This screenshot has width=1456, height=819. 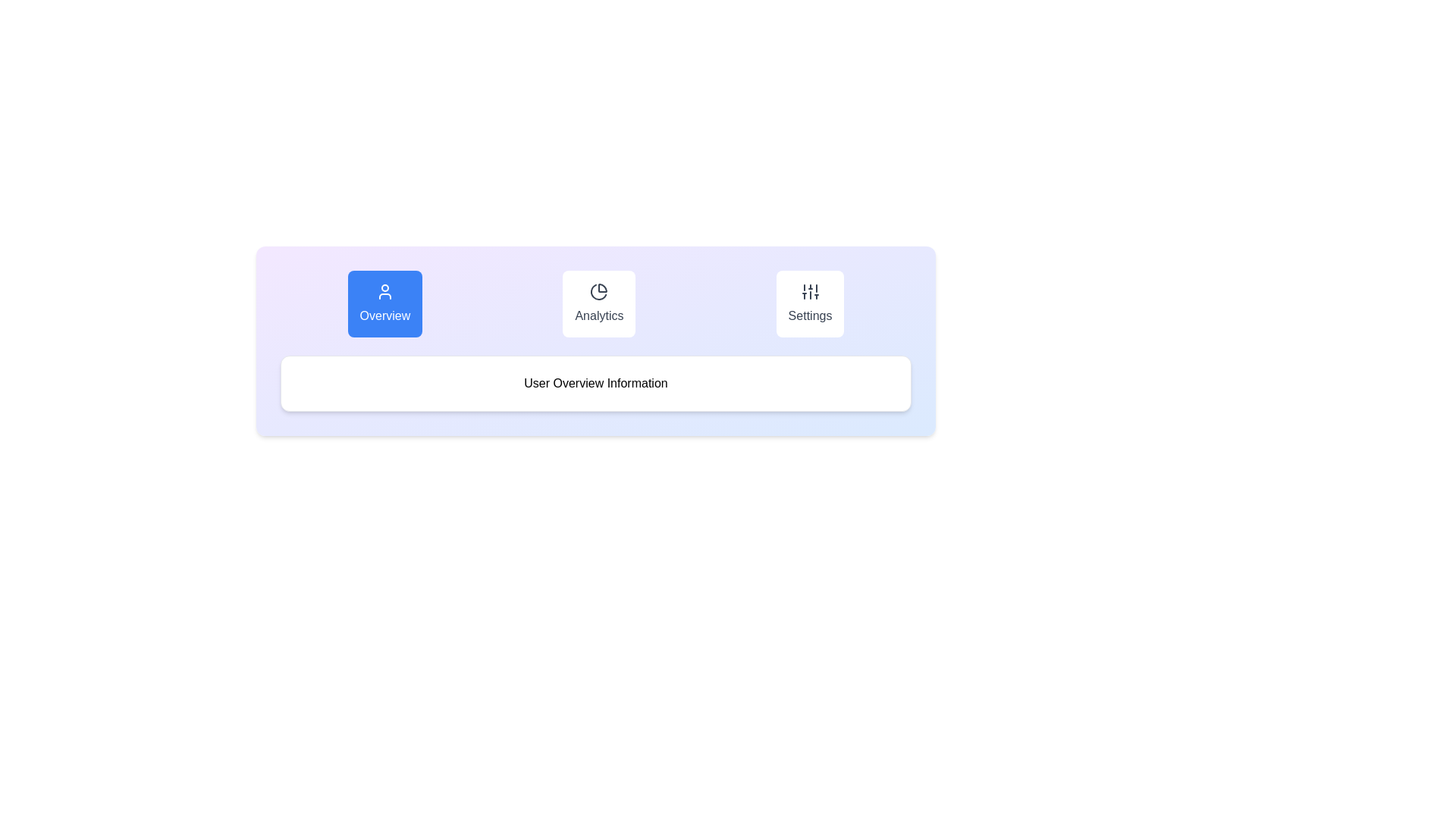 I want to click on the Analytics tab by clicking on its corresponding button, so click(x=598, y=304).